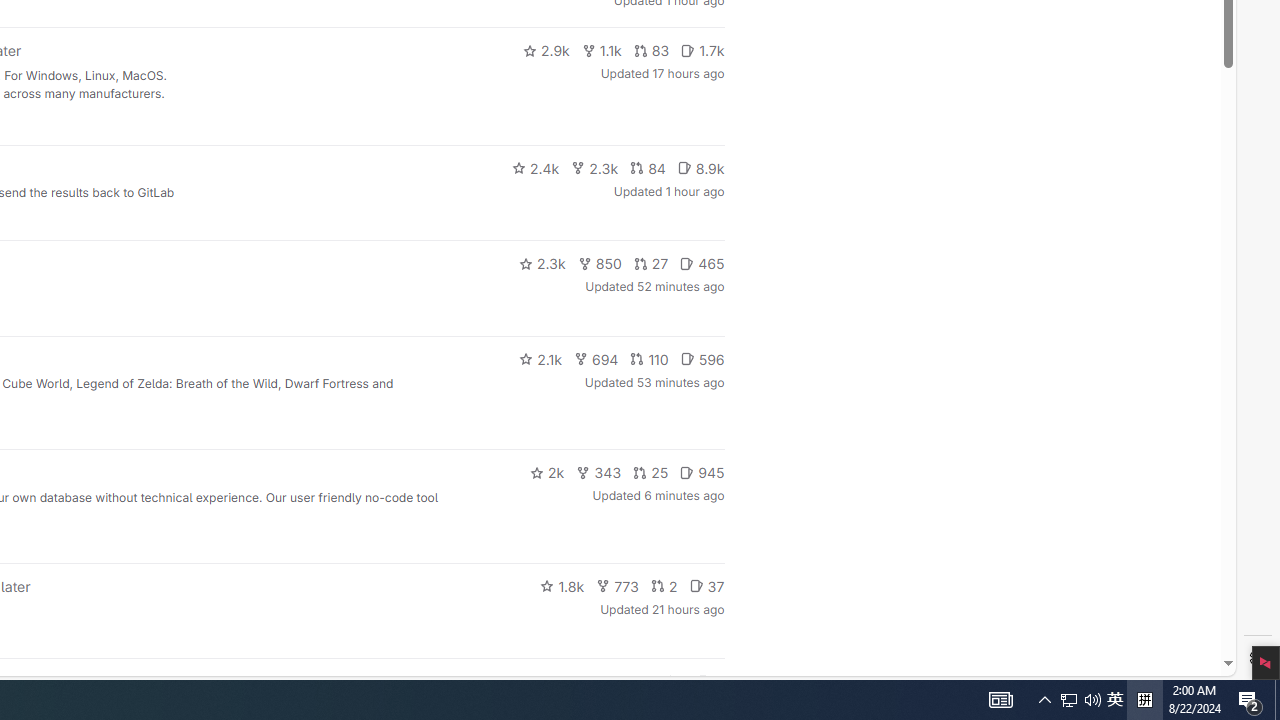  I want to click on '2', so click(664, 585).